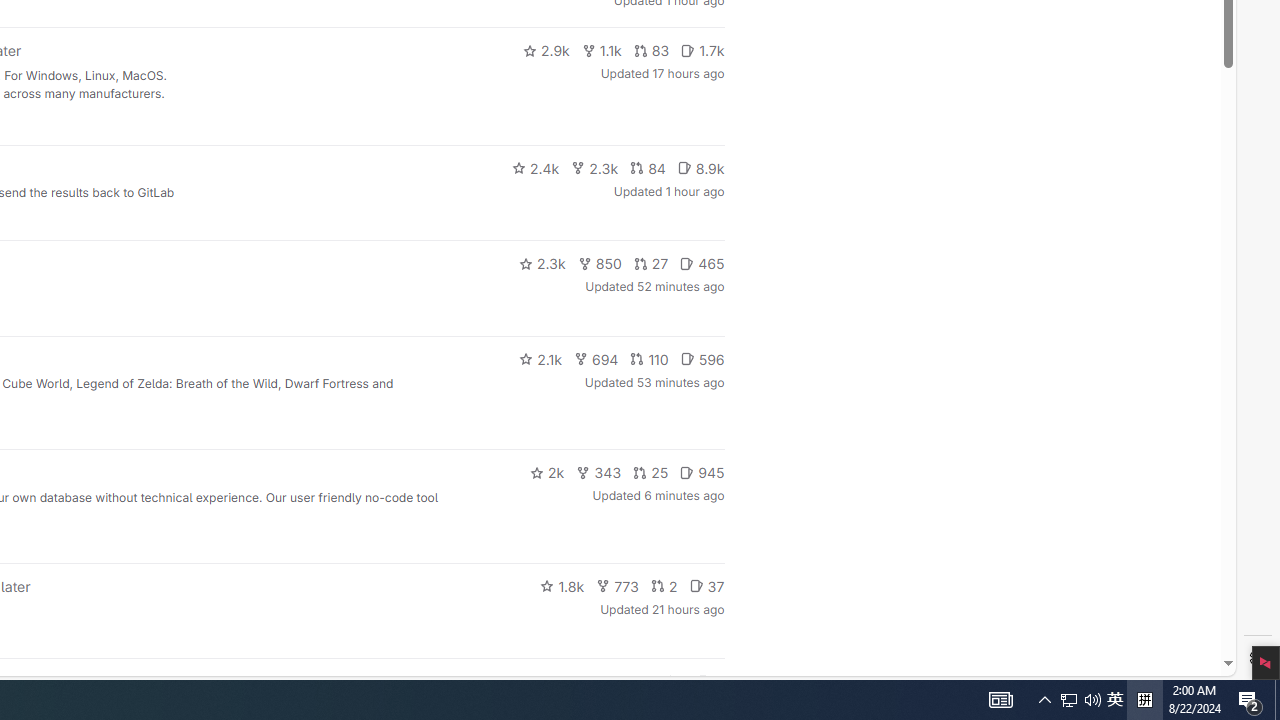  I want to click on '2', so click(664, 585).